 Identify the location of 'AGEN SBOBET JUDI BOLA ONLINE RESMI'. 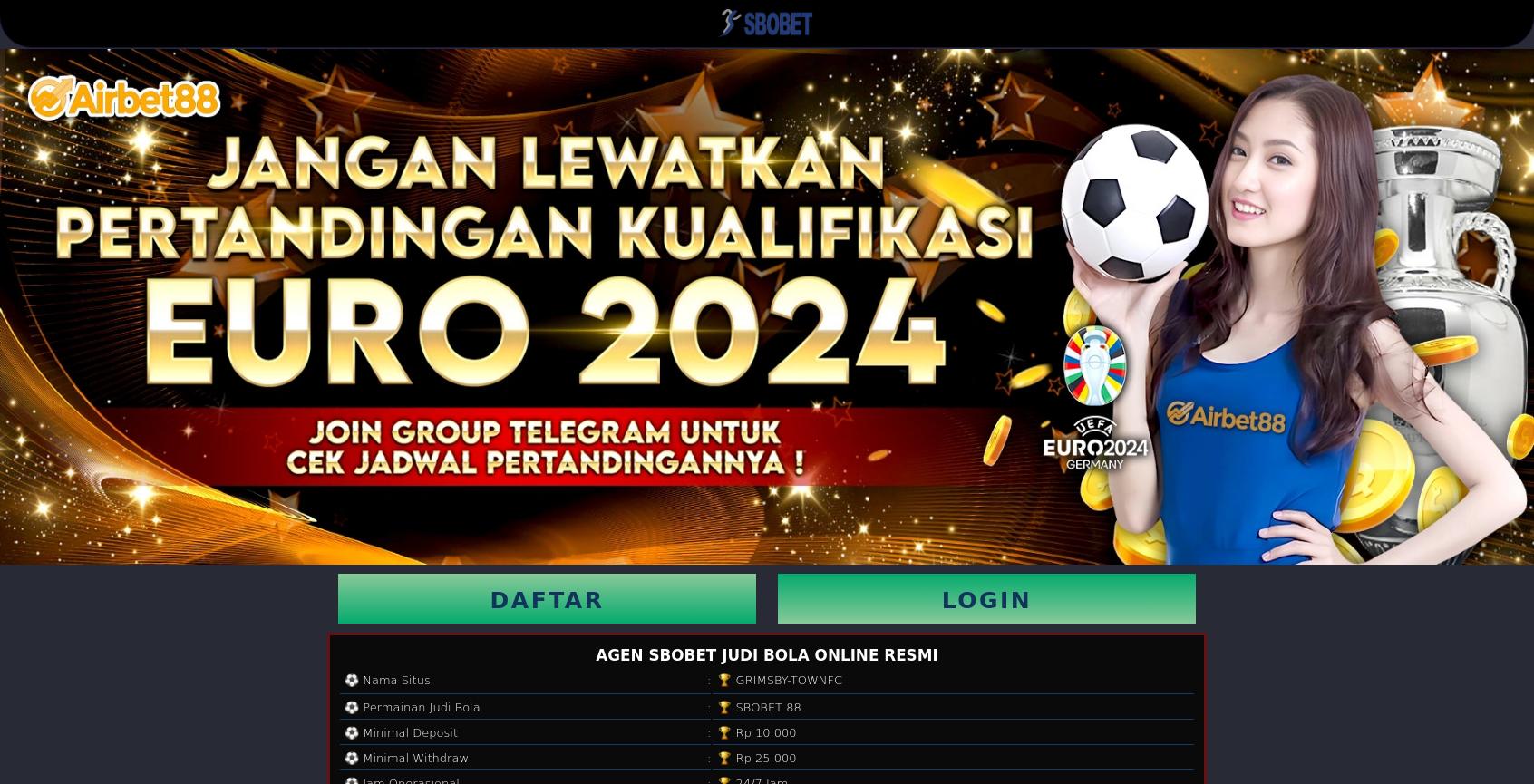
(766, 653).